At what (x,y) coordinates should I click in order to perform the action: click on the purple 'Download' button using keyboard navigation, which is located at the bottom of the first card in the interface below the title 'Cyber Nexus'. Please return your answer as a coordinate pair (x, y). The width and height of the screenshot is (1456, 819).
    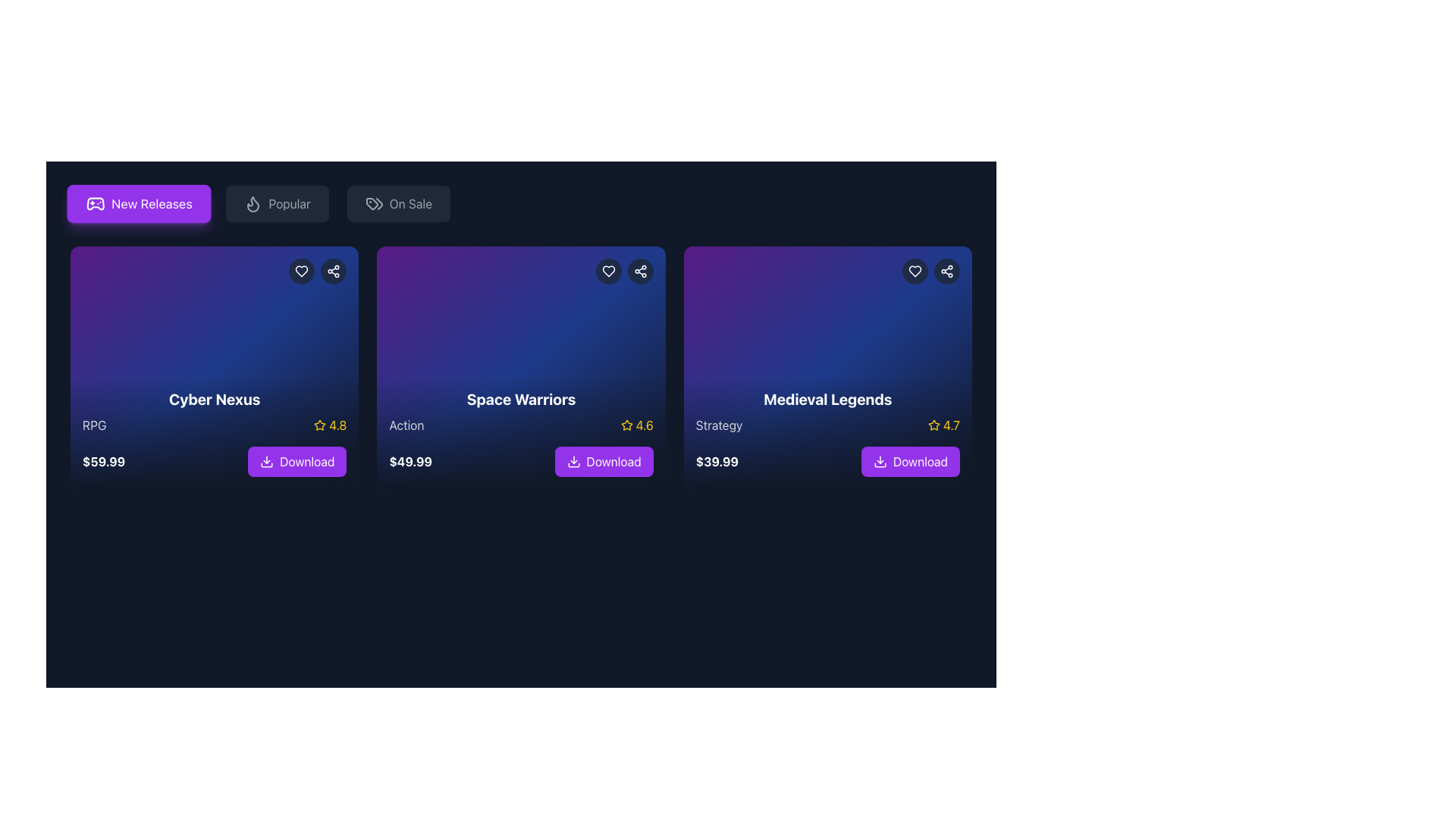
    Looking at the image, I should click on (306, 461).